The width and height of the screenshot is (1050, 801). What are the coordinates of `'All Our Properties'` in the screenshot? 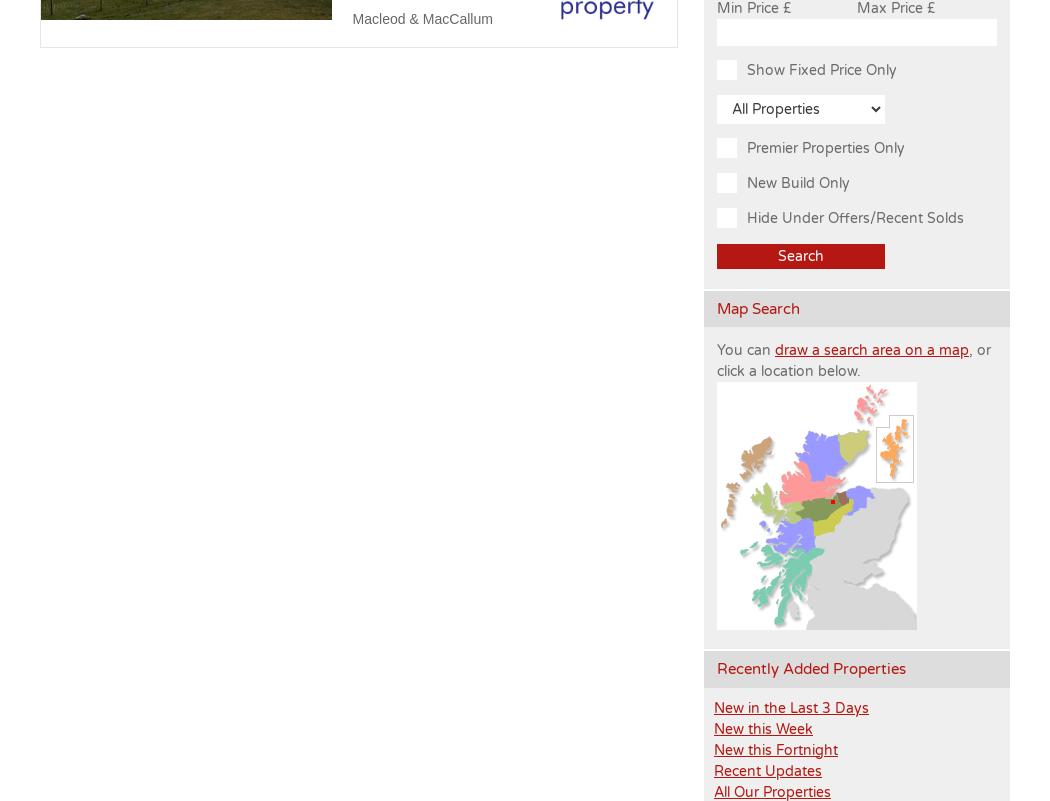 It's located at (713, 790).